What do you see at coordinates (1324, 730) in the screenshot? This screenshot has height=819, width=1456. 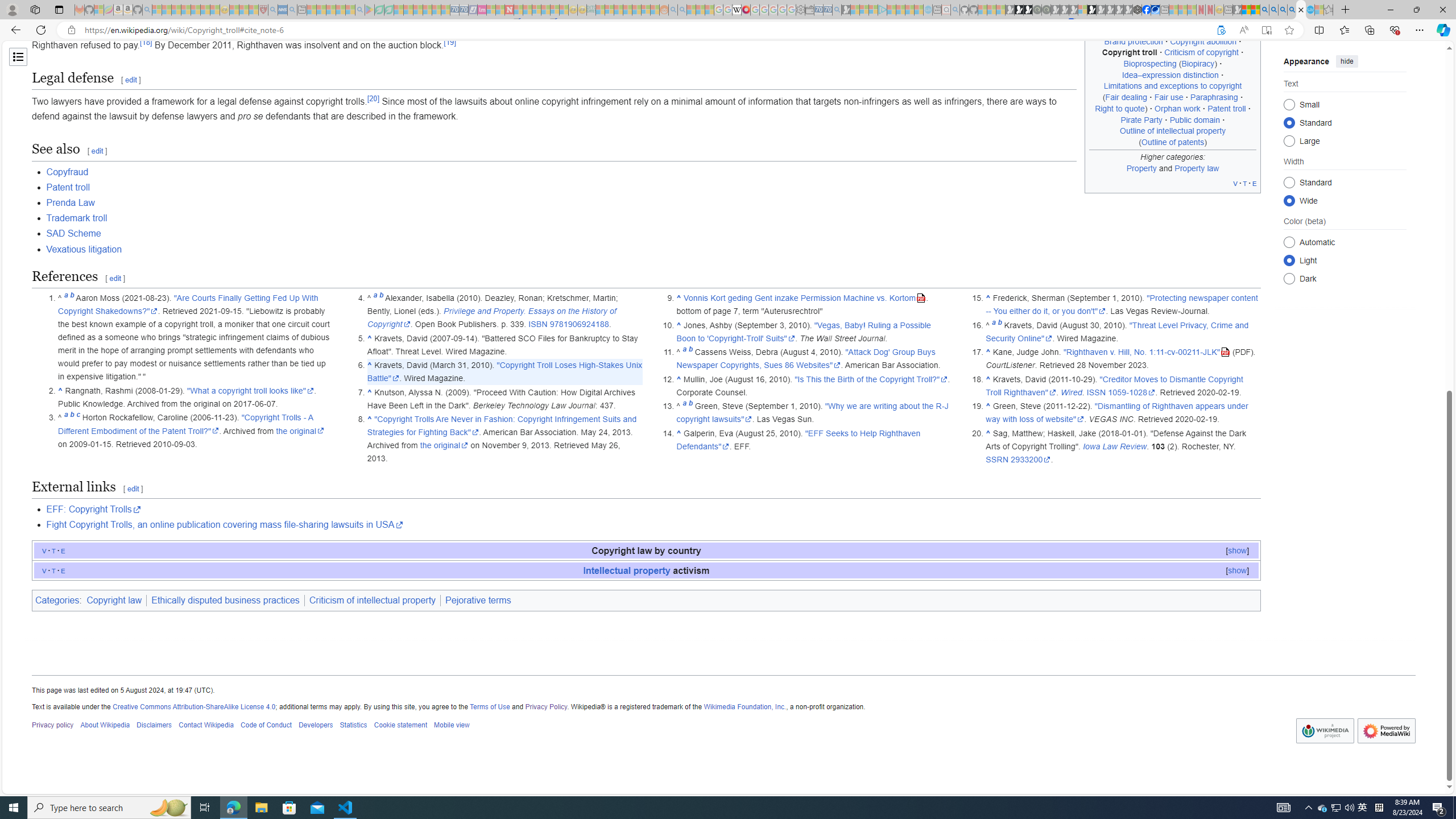 I see `'AutomationID: footer-copyrightico'` at bounding box center [1324, 730].